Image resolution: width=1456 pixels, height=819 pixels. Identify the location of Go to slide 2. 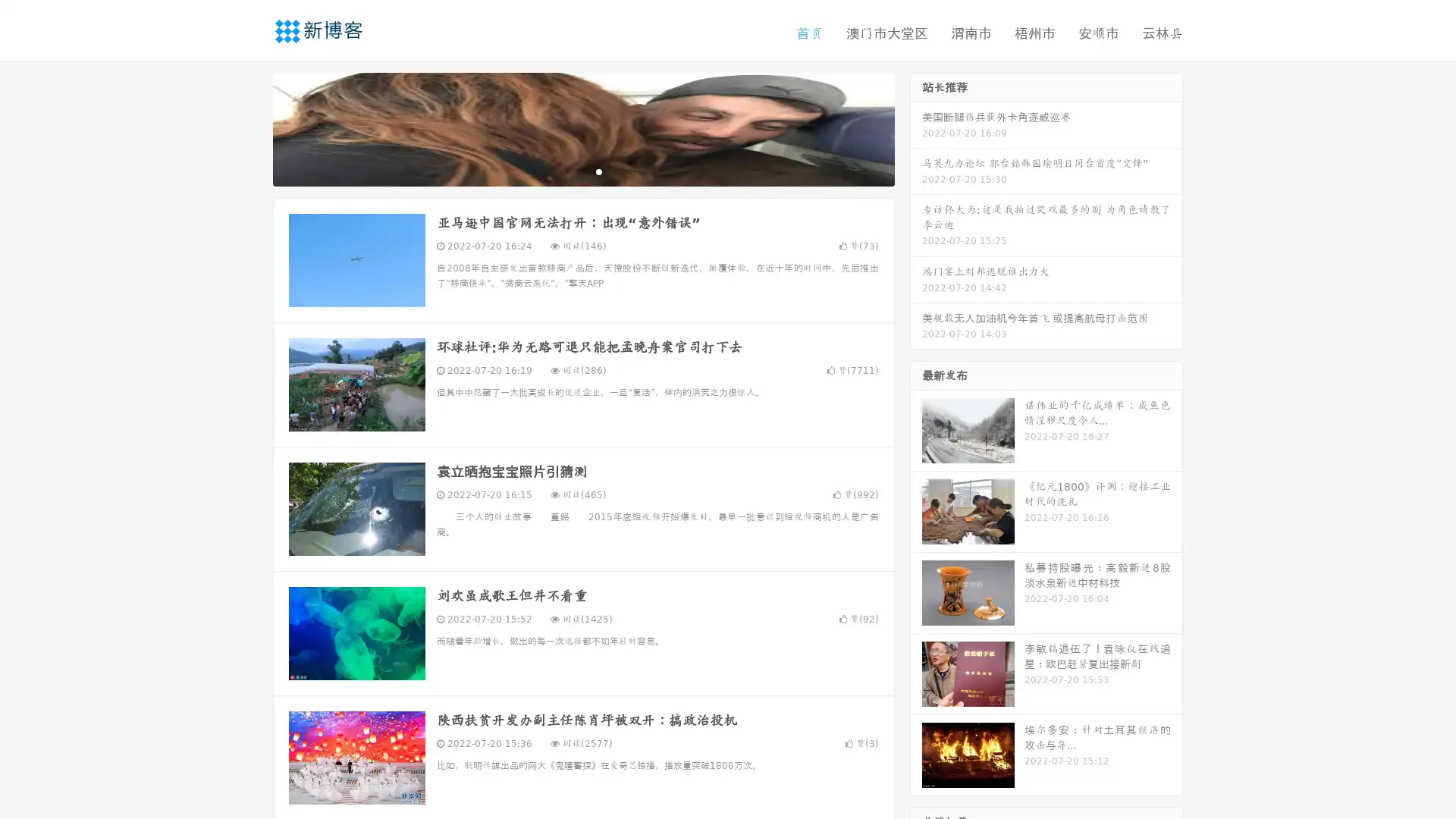
(582, 171).